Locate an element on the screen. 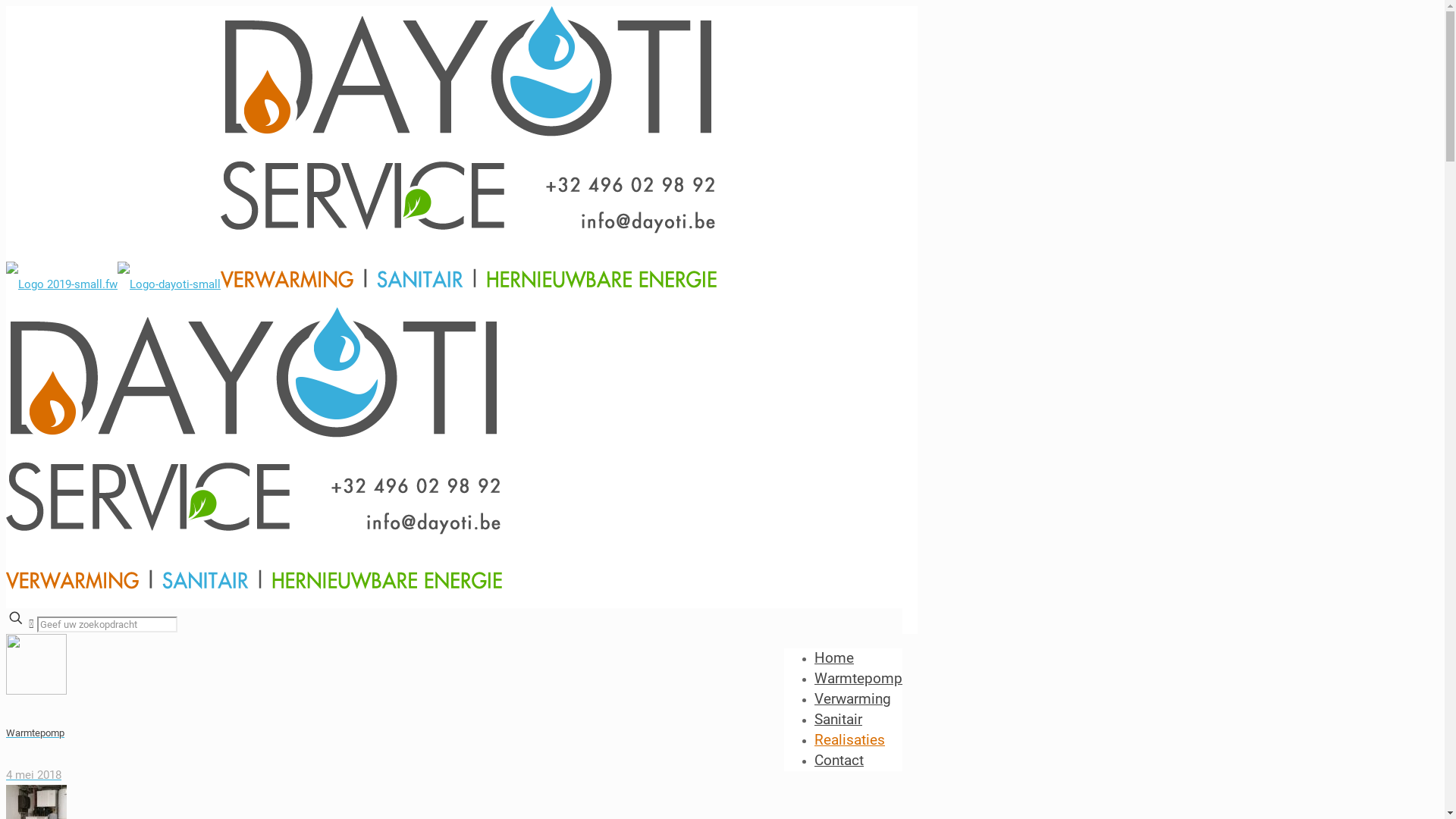  'Warmtepomp' is located at coordinates (858, 677).